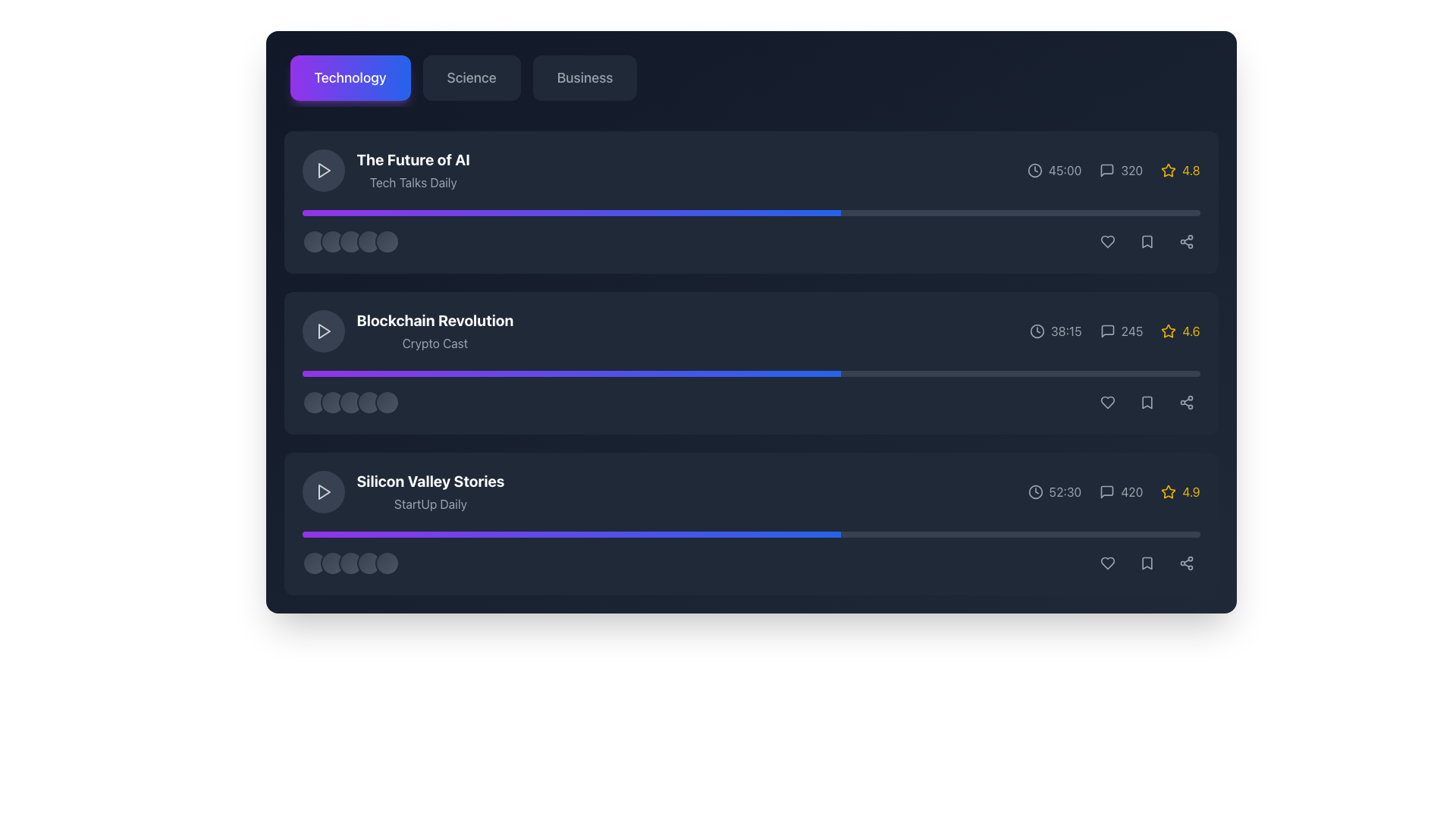 The image size is (1456, 819). What do you see at coordinates (1147, 563) in the screenshot?
I see `the bookmark icon within the third list item titled 'Silicon Valley Stories'` at bounding box center [1147, 563].